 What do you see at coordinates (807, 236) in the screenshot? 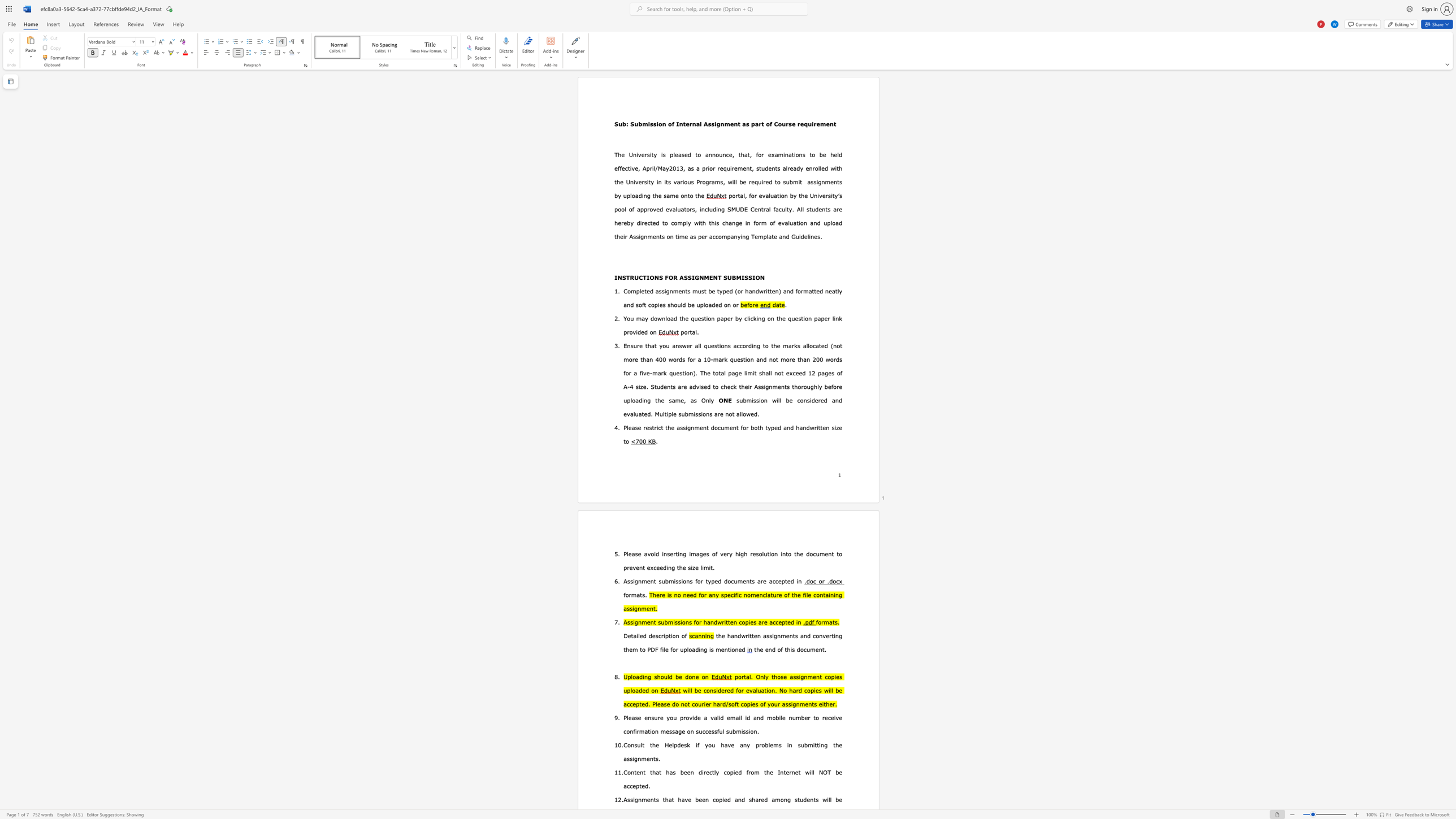
I see `the subset text "lines" within the text "plate and Guidelines"` at bounding box center [807, 236].